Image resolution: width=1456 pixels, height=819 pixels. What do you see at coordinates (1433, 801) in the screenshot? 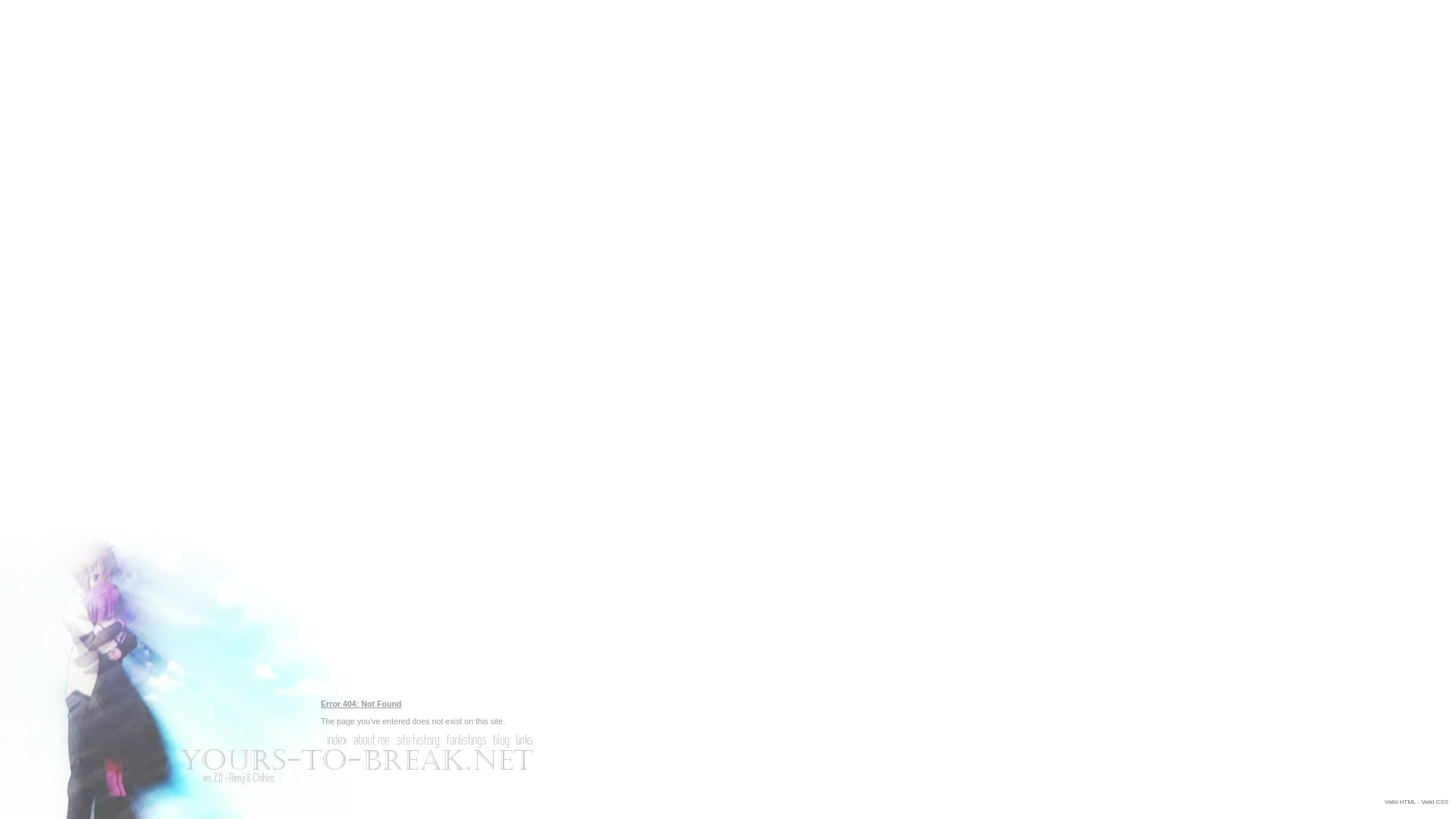
I see `'Valid CSS'` at bounding box center [1433, 801].